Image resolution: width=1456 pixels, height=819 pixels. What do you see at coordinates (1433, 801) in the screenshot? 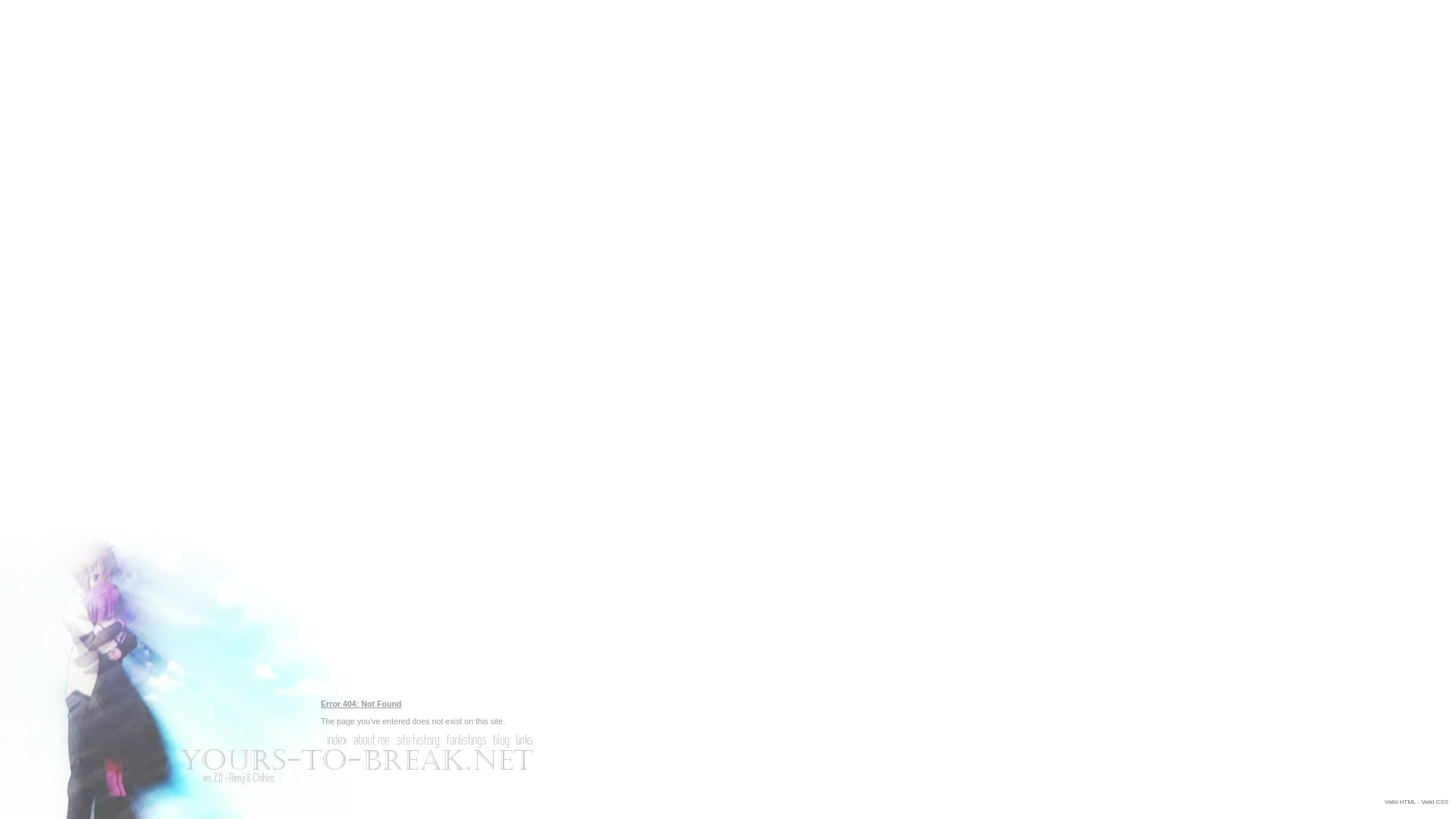
I see `'Valid CSS'` at bounding box center [1433, 801].